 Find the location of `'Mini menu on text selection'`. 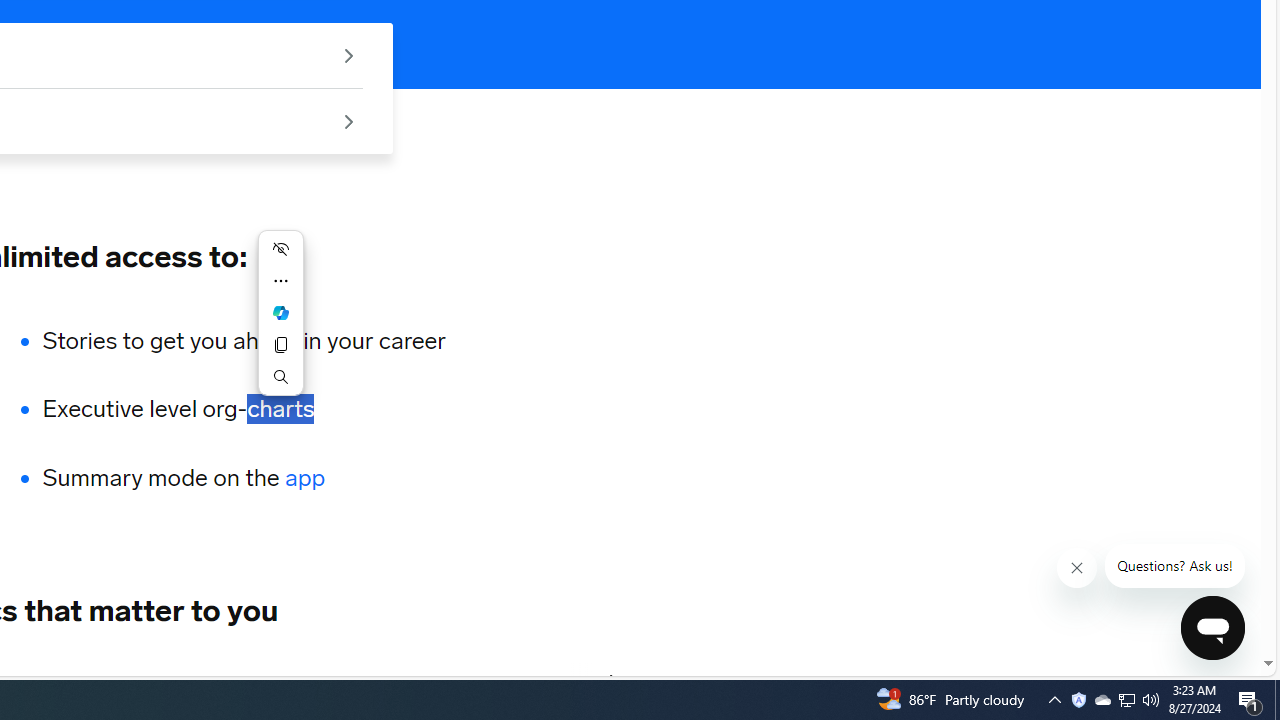

'Mini menu on text selection' is located at coordinates (279, 313).